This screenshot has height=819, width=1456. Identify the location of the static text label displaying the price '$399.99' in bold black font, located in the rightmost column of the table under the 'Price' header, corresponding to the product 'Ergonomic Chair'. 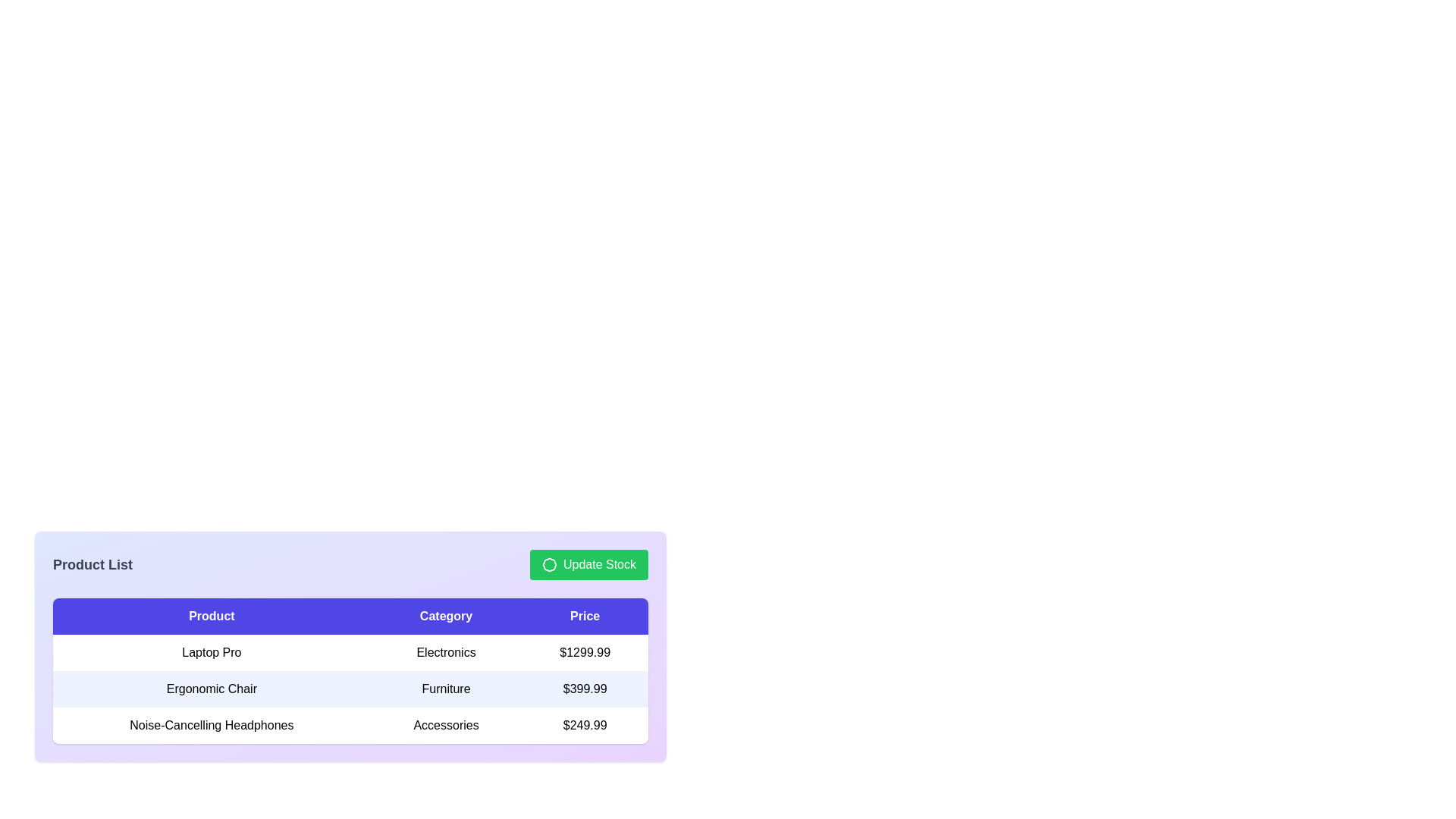
(584, 689).